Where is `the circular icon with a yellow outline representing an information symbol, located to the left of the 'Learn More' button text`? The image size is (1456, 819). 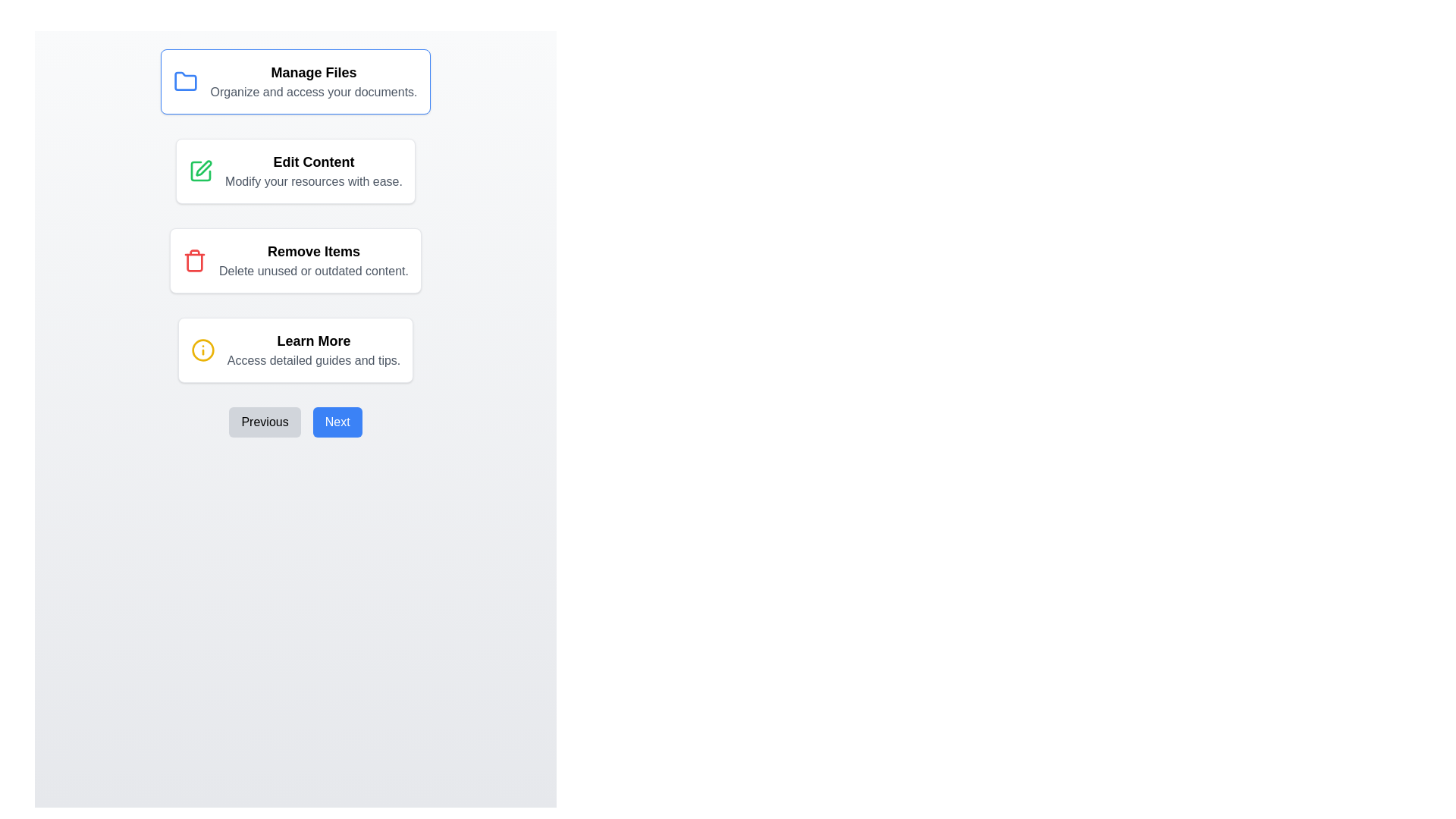
the circular icon with a yellow outline representing an information symbol, located to the left of the 'Learn More' button text is located at coordinates (202, 350).